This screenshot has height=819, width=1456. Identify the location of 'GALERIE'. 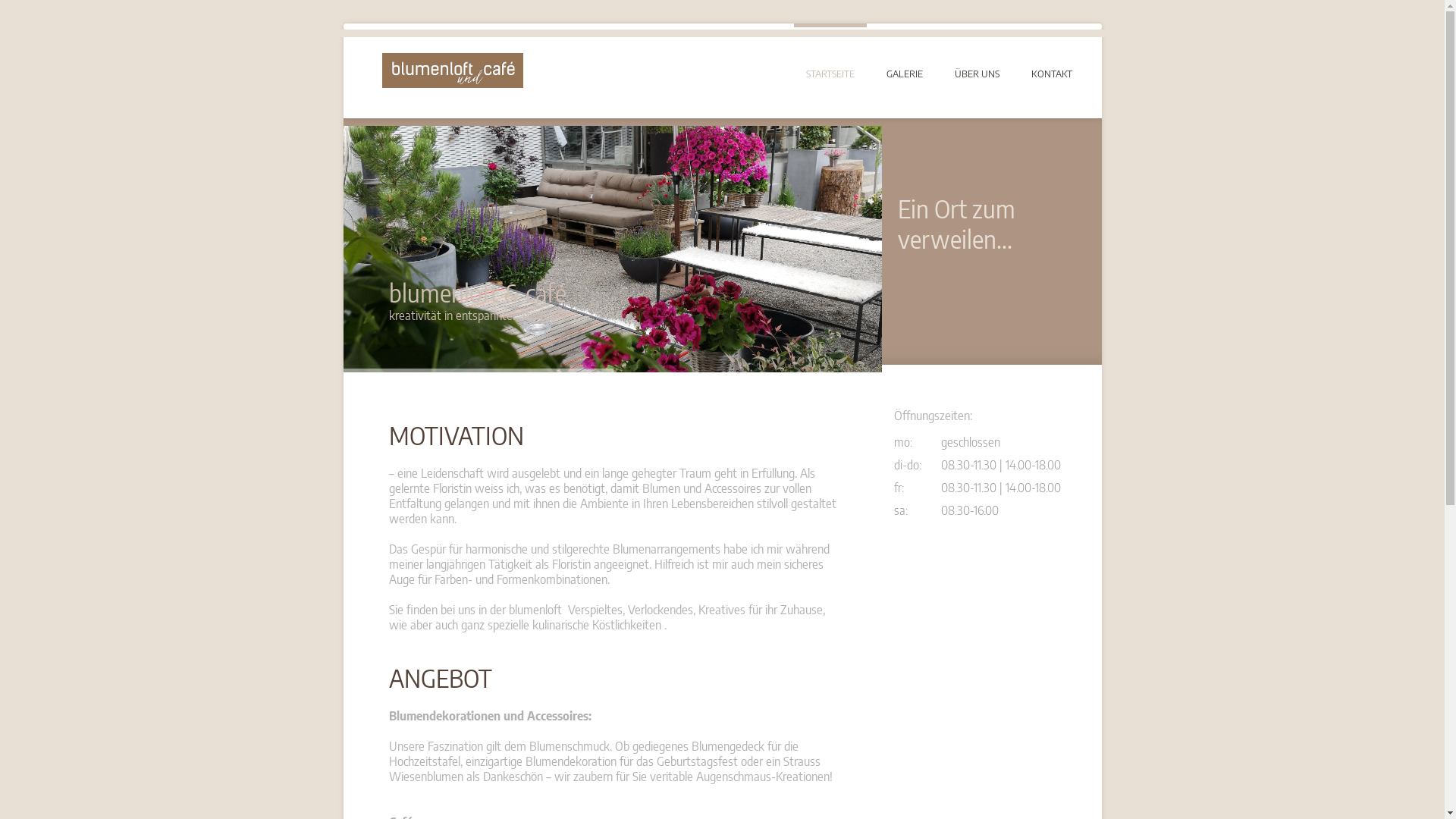
(903, 51).